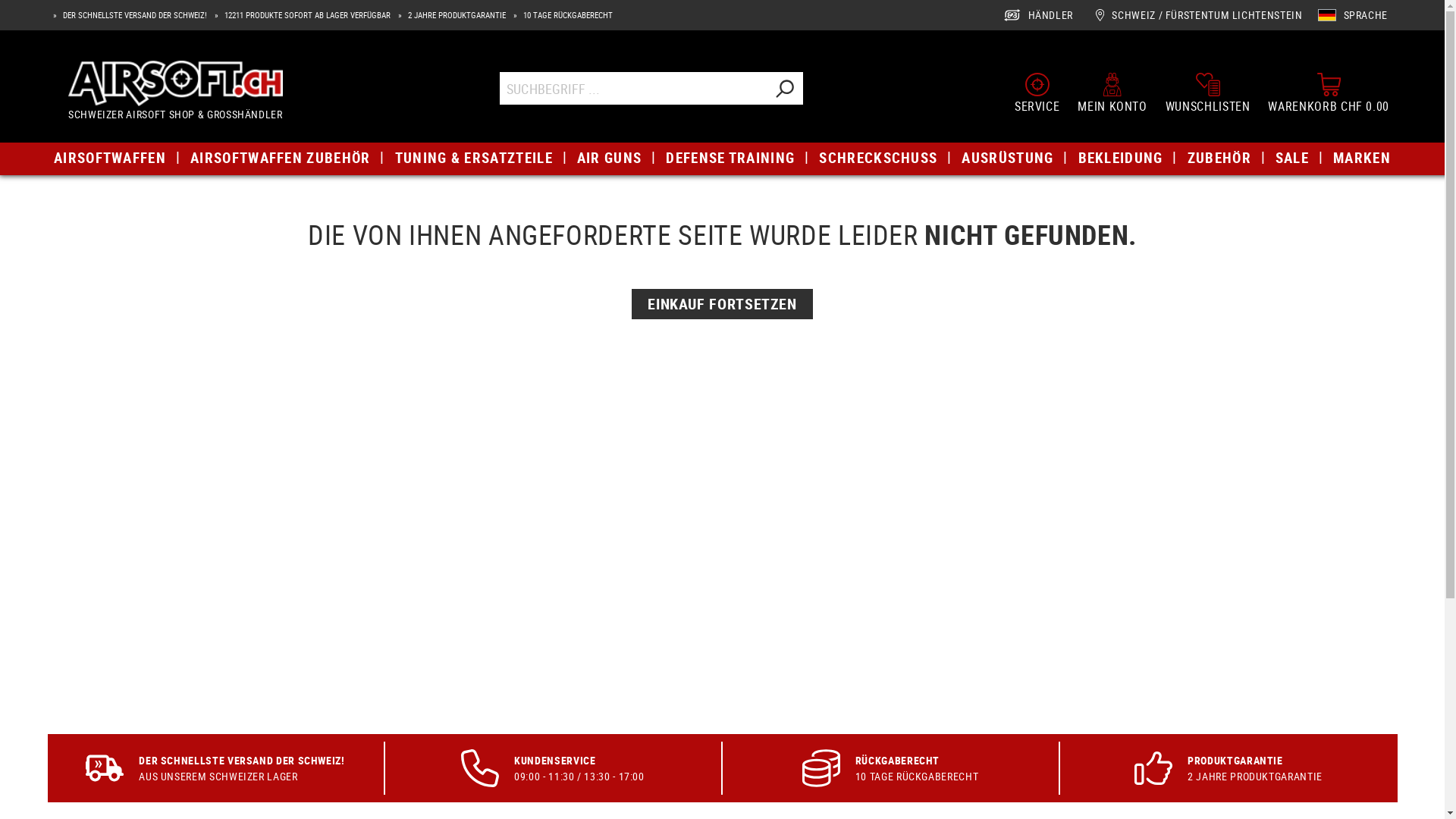 The height and width of the screenshot is (819, 1456). Describe the element at coordinates (175, 93) in the screenshot. I see `'Airsoft.ch'` at that location.